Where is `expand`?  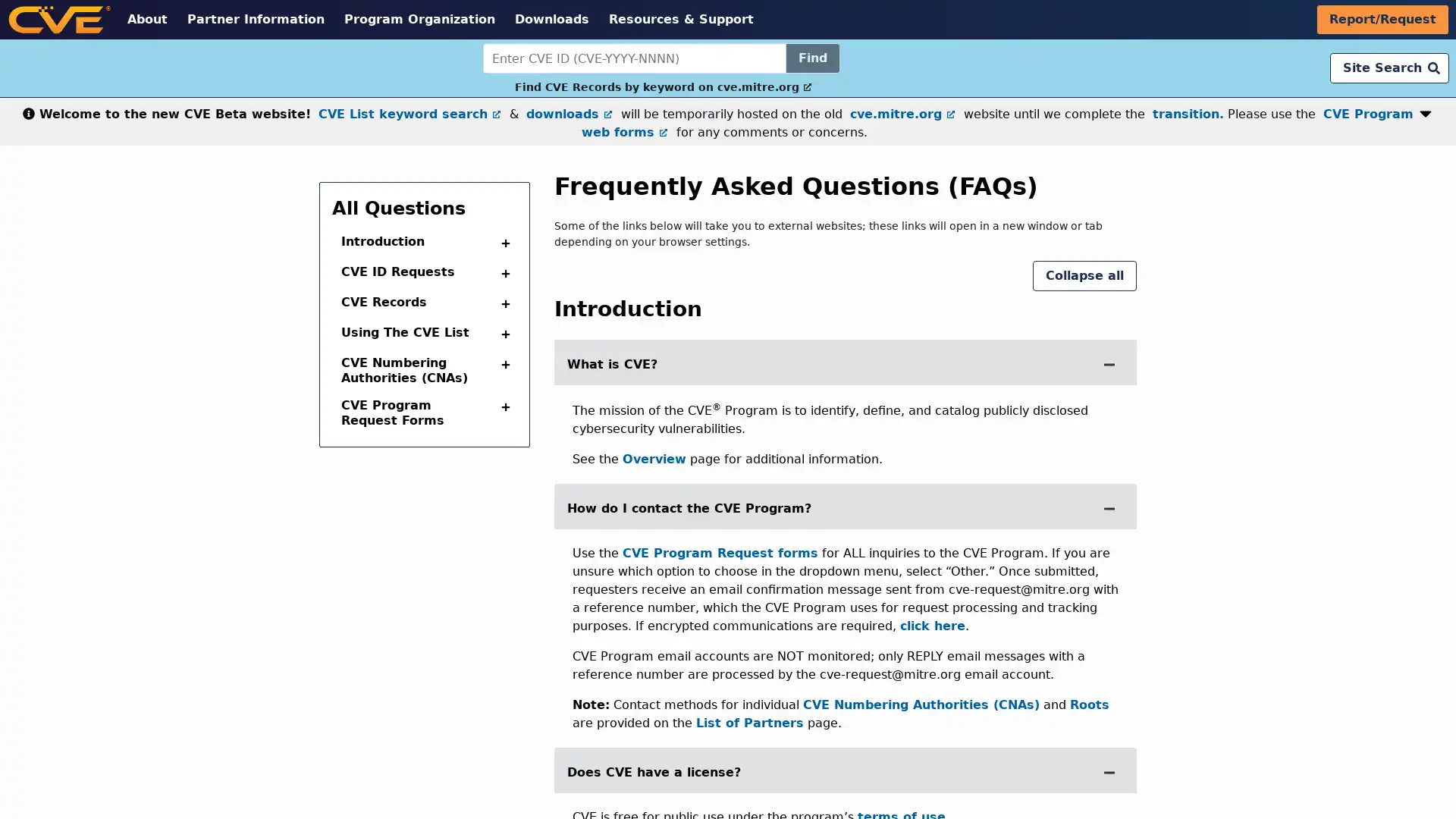 expand is located at coordinates (502, 274).